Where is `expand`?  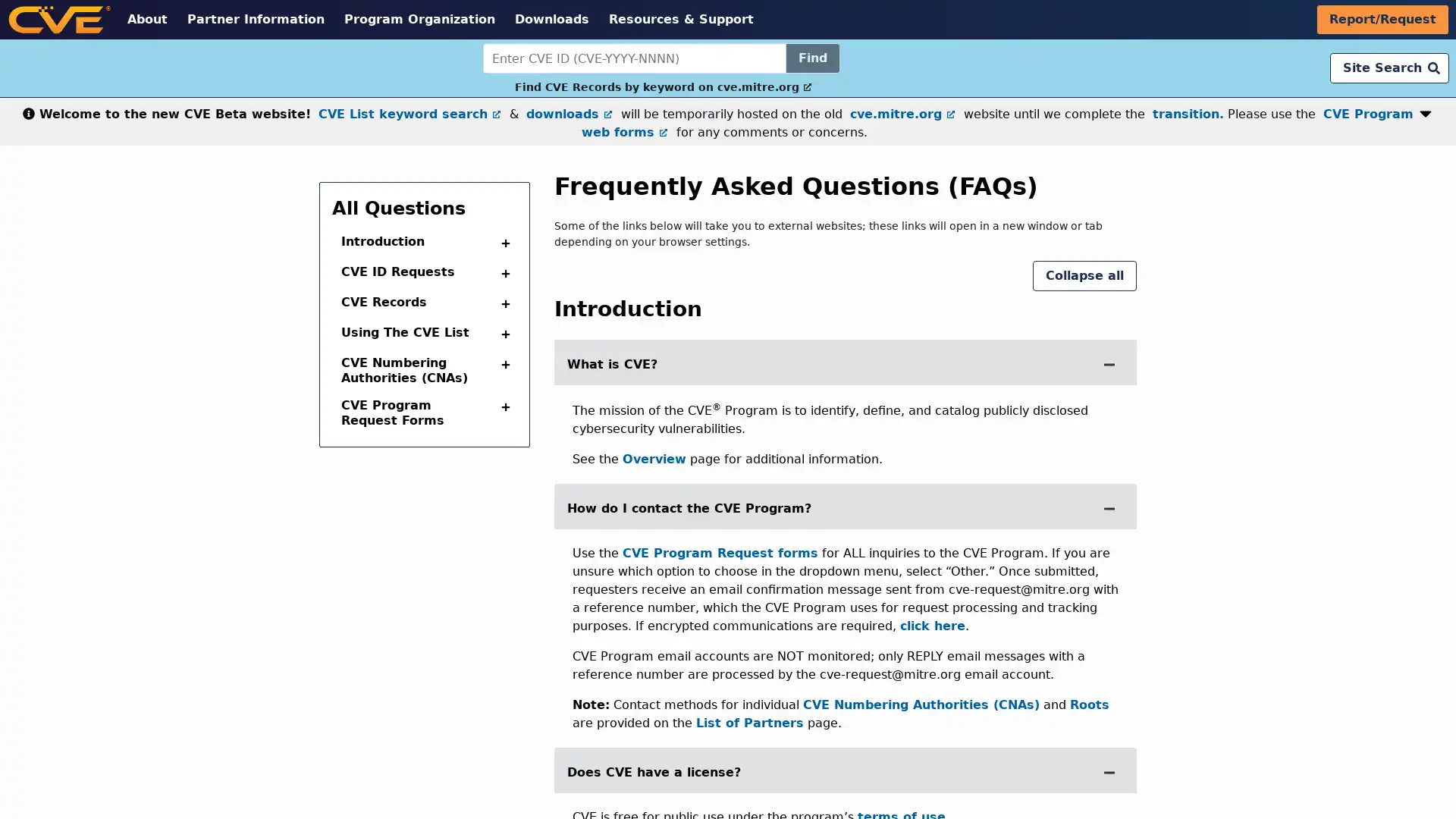 expand is located at coordinates (502, 274).